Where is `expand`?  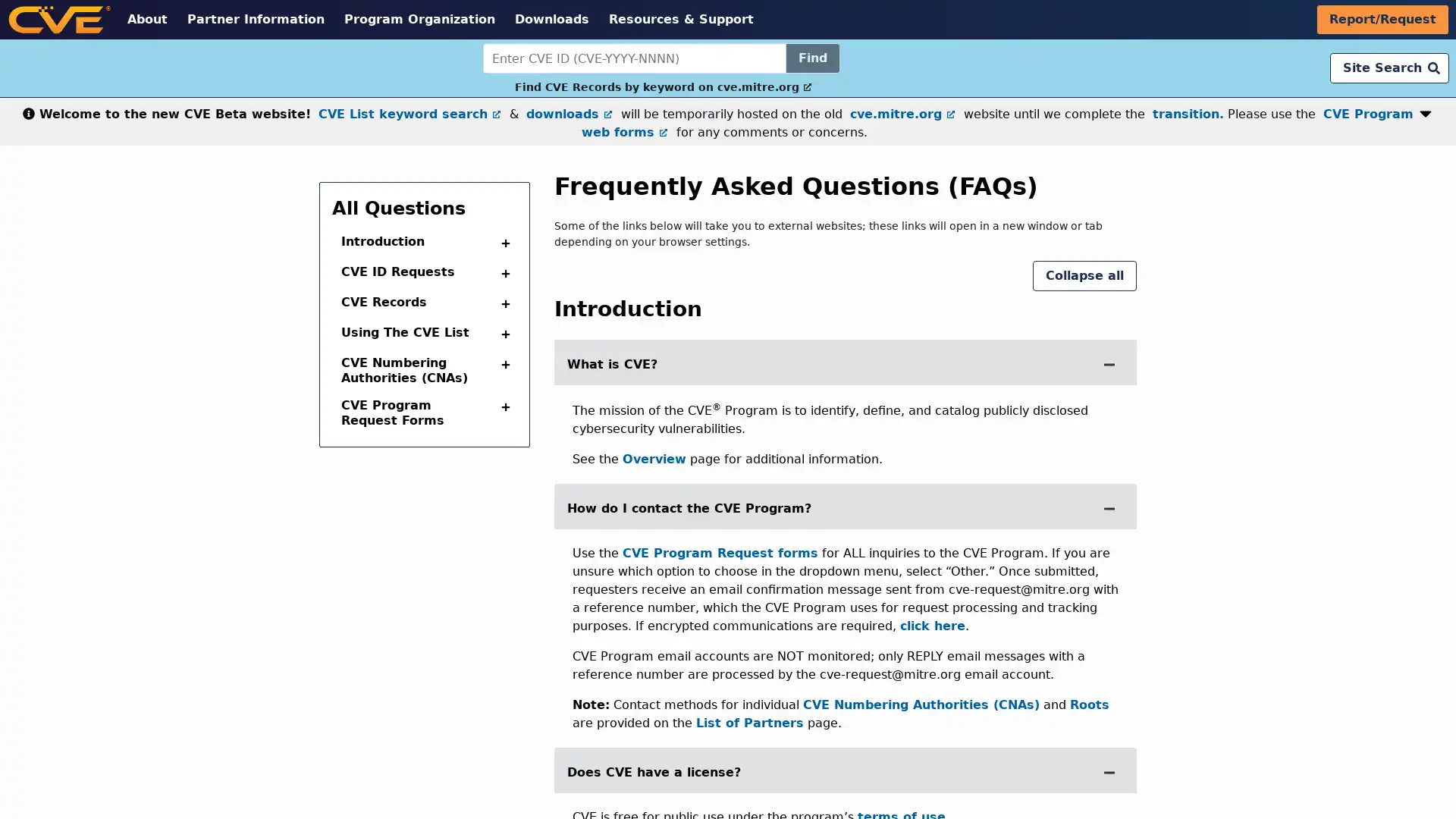 expand is located at coordinates (502, 274).